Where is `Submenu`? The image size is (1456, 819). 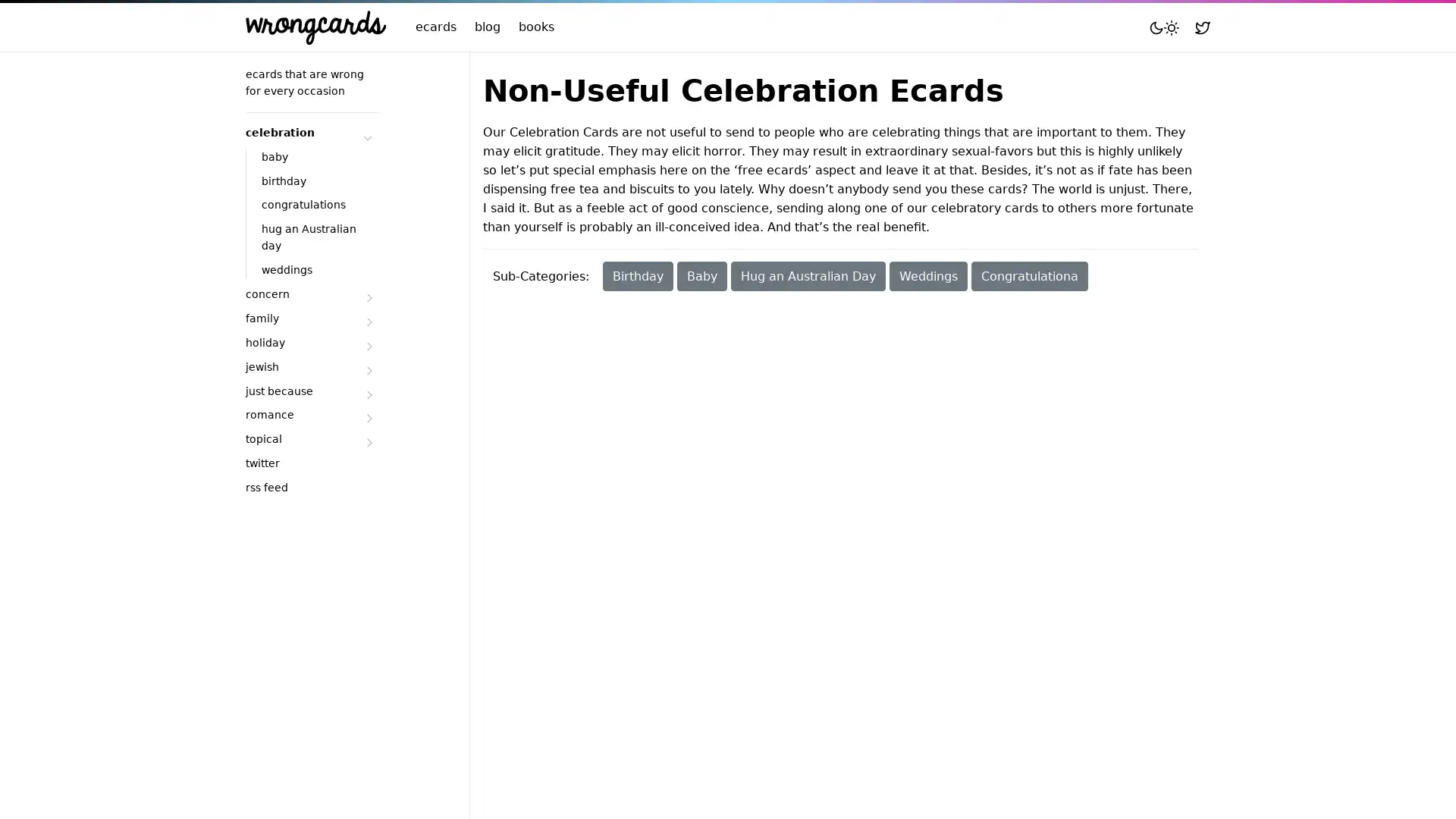
Submenu is located at coordinates (367, 134).